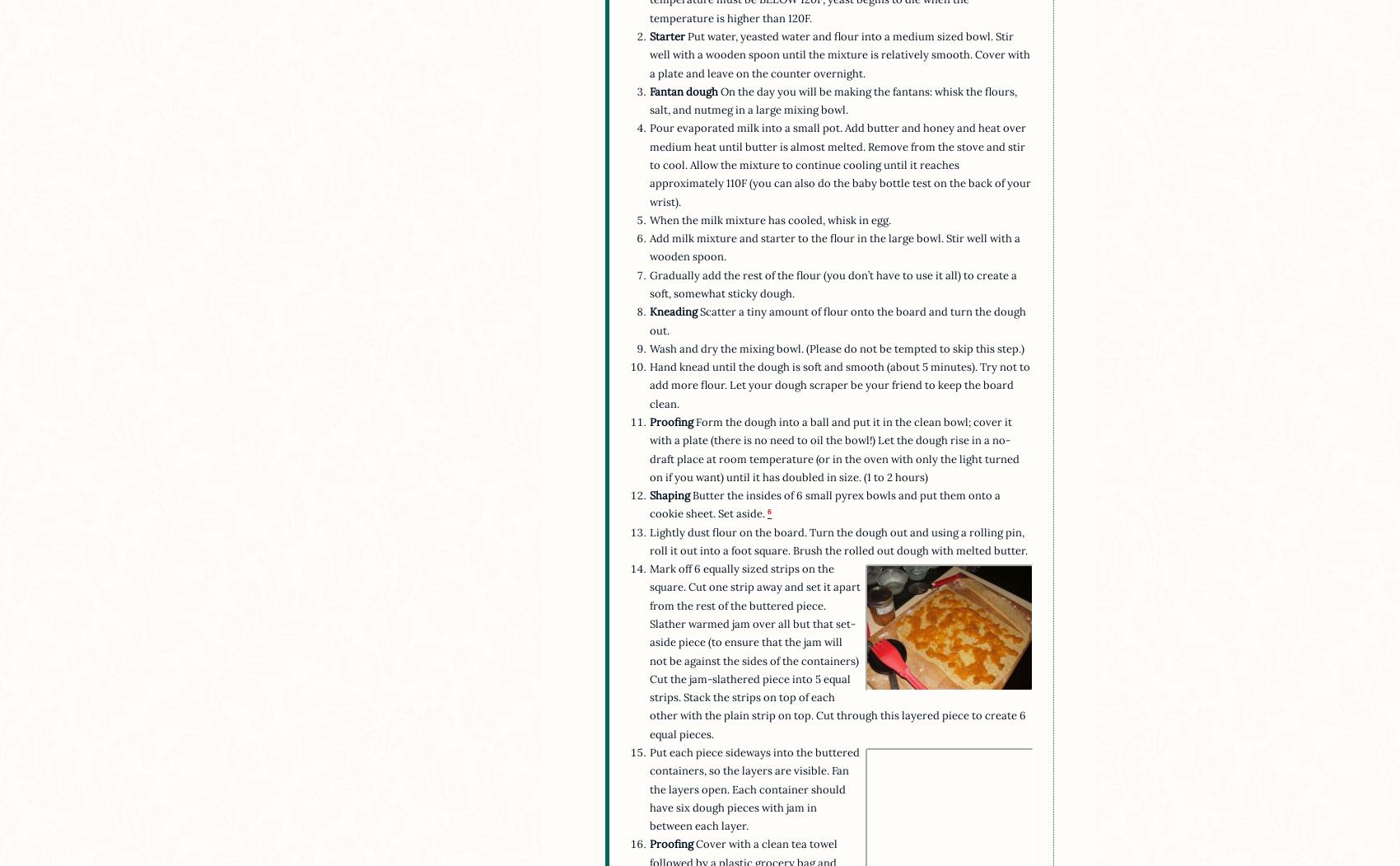 This screenshot has height=866, width=1400. I want to click on 'Hand knead until the dough is soft and smooth (about 5 minutes). Try not to add more flour. Let your dough scraper be your friend to keep the board clean.', so click(839, 384).